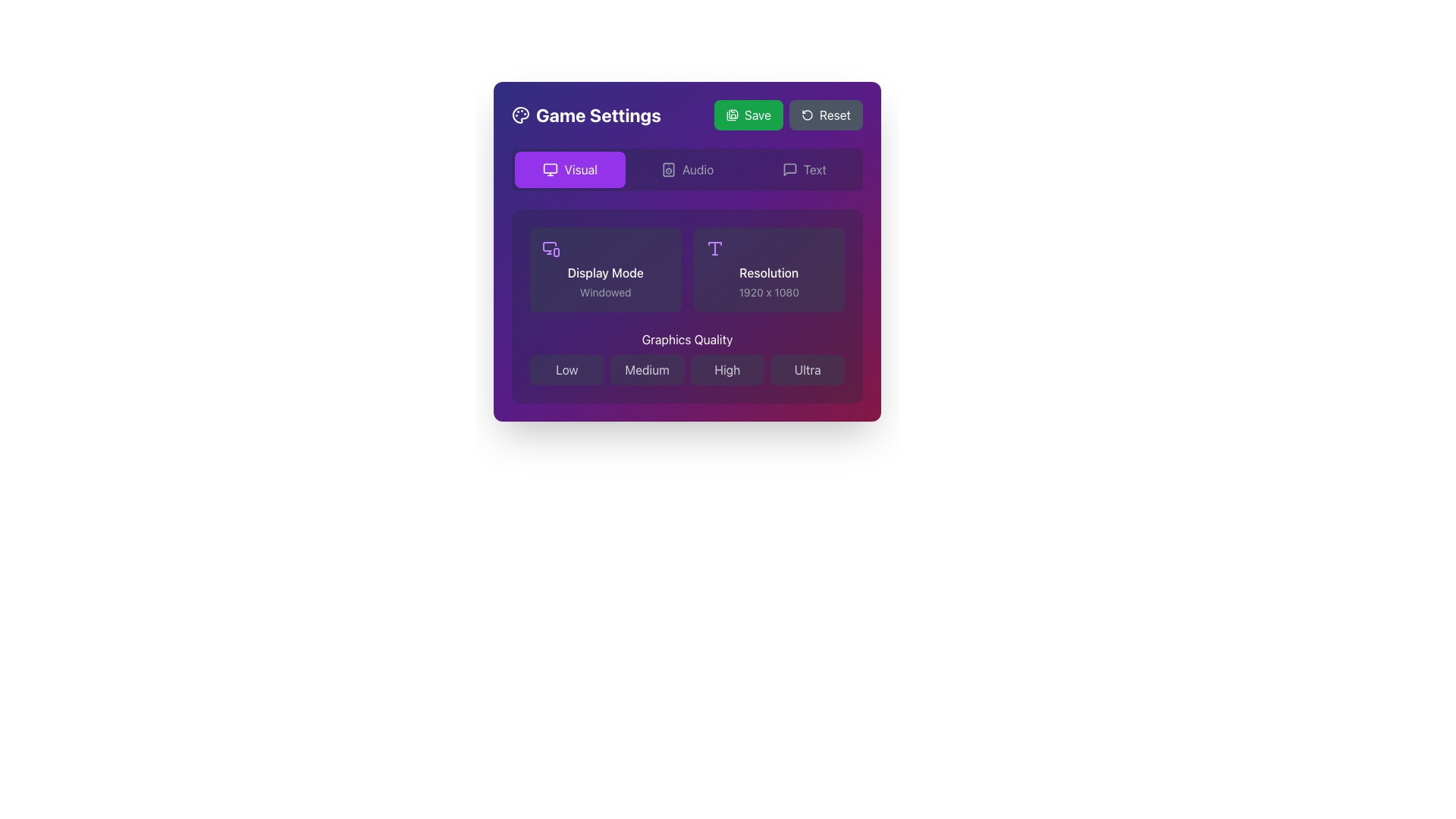  What do you see at coordinates (731, 115) in the screenshot?
I see `the save button located in the top-right of the game settings menu, which features an icon resembling a document or save symbol` at bounding box center [731, 115].